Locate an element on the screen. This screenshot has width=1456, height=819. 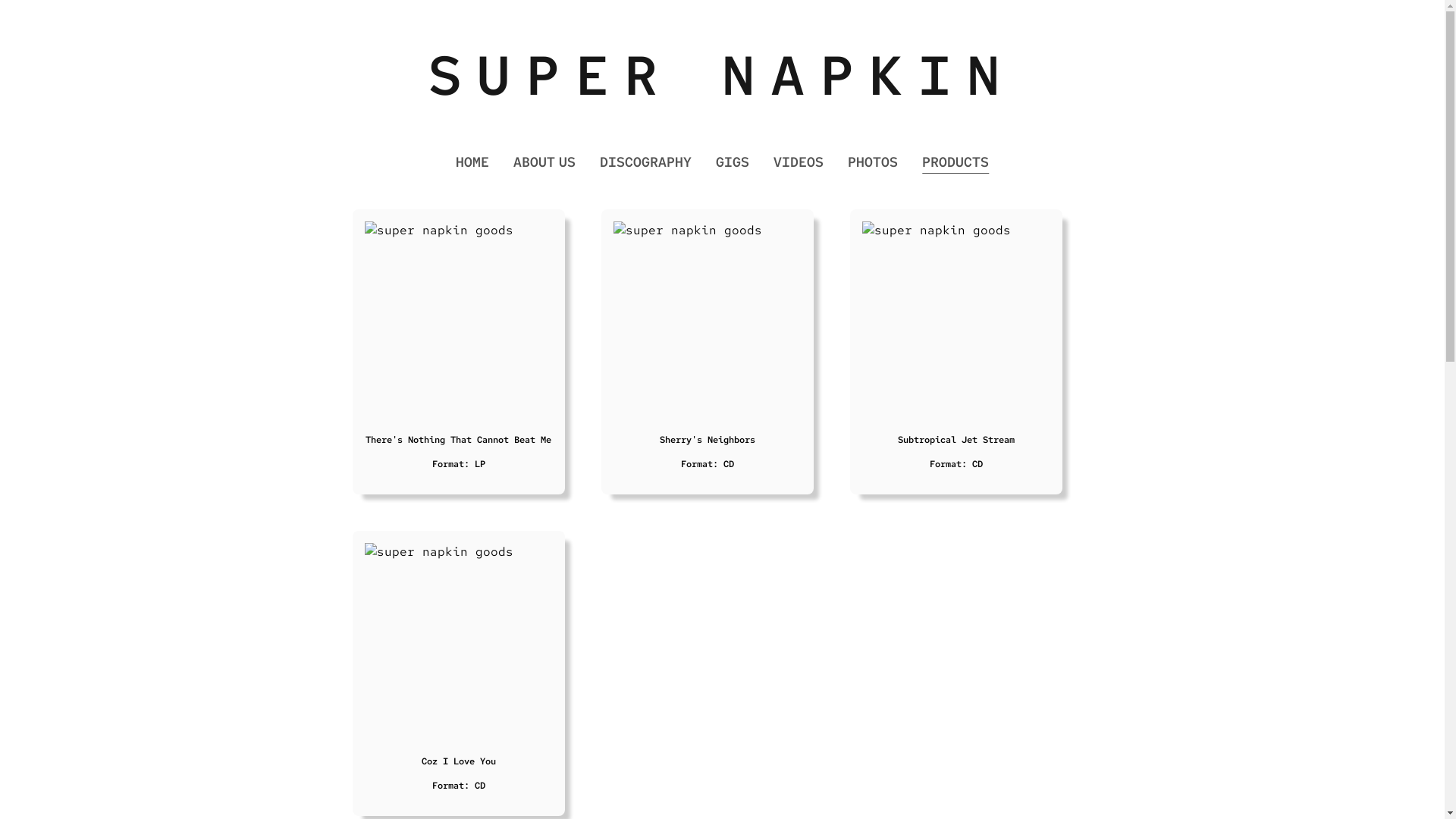
'HOME' is located at coordinates (472, 162).